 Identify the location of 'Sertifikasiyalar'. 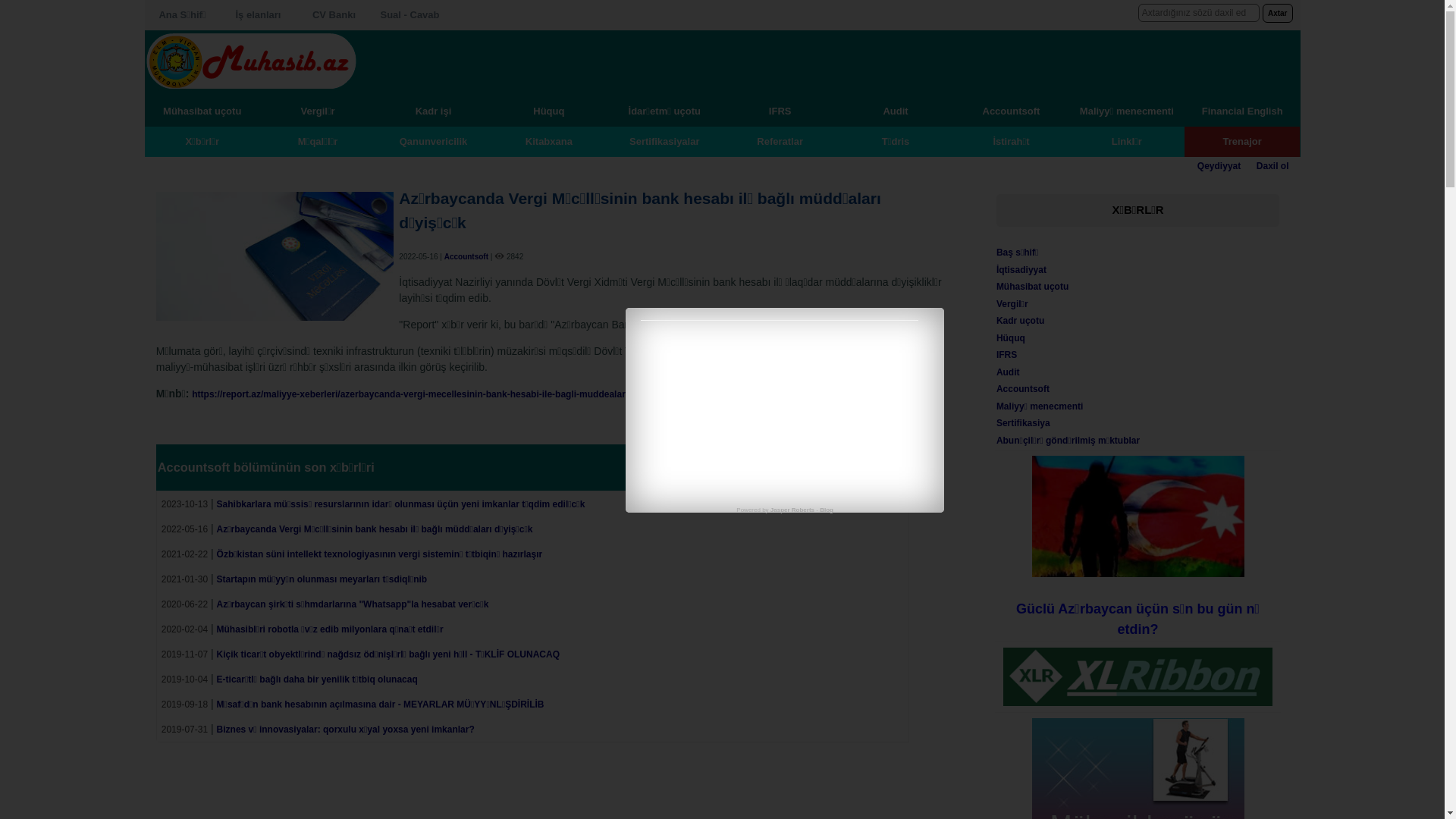
(664, 140).